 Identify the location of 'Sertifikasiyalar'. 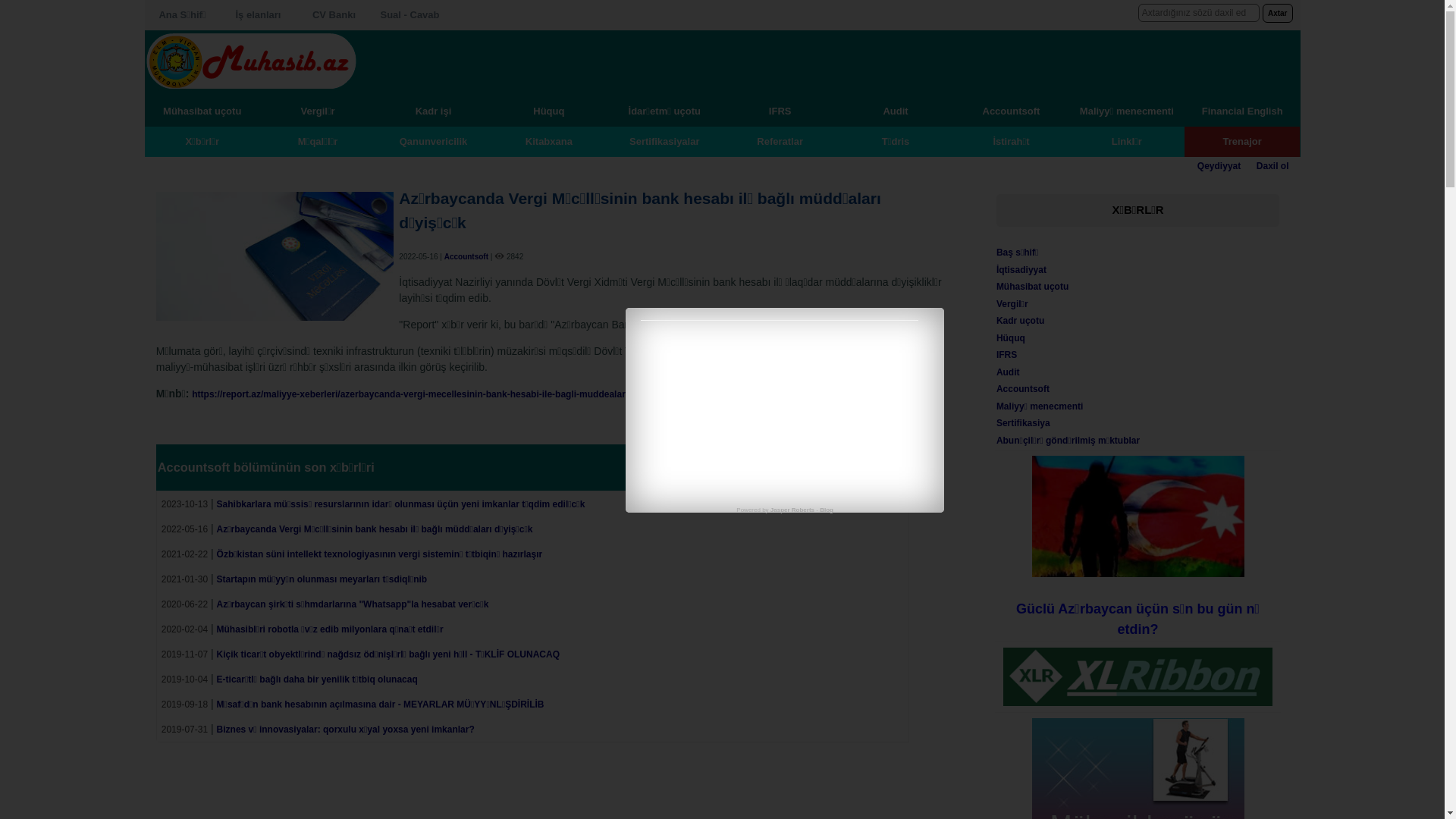
(664, 140).